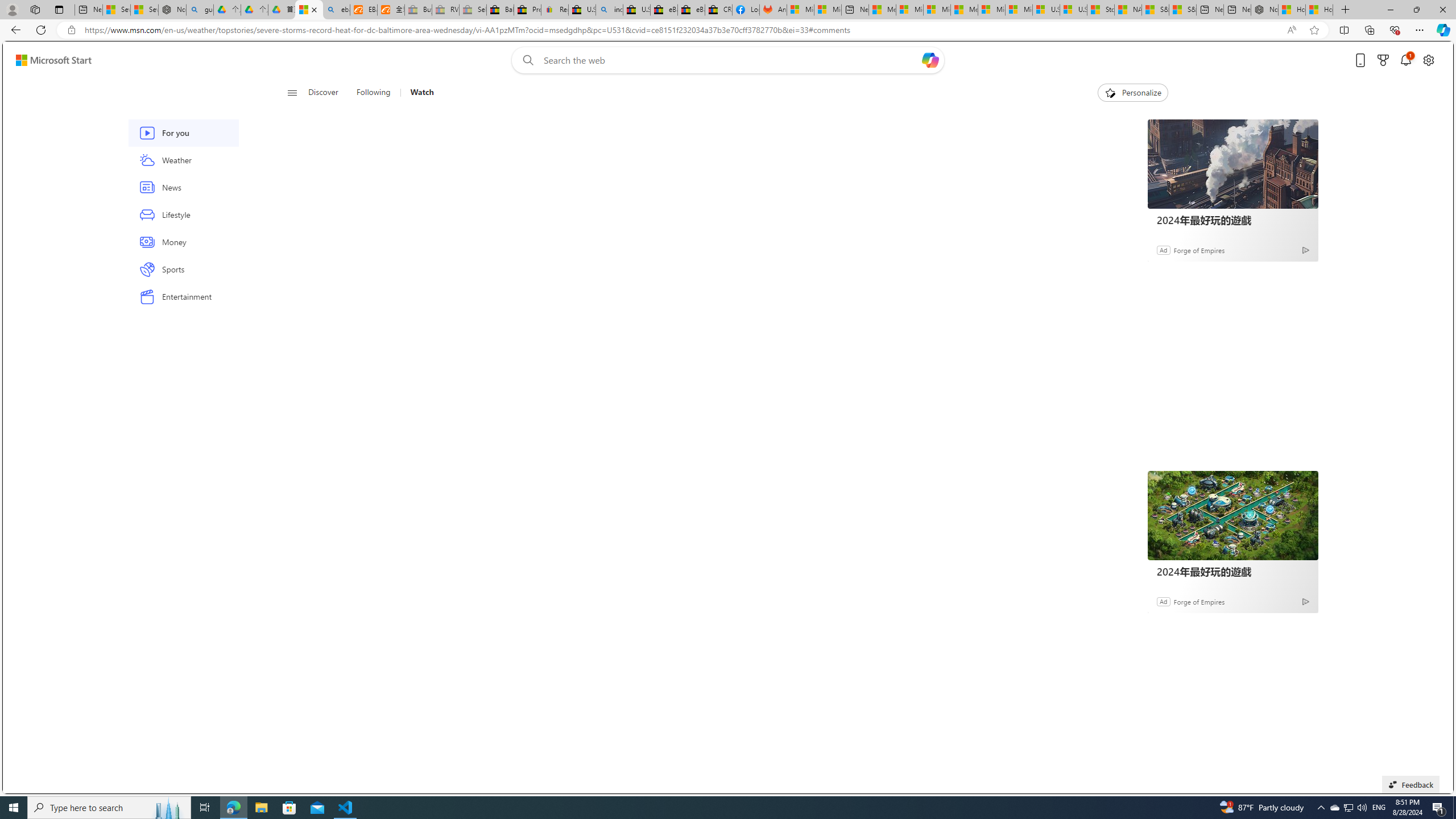  What do you see at coordinates (1132, 92) in the screenshot?
I see `'Personalize'` at bounding box center [1132, 92].